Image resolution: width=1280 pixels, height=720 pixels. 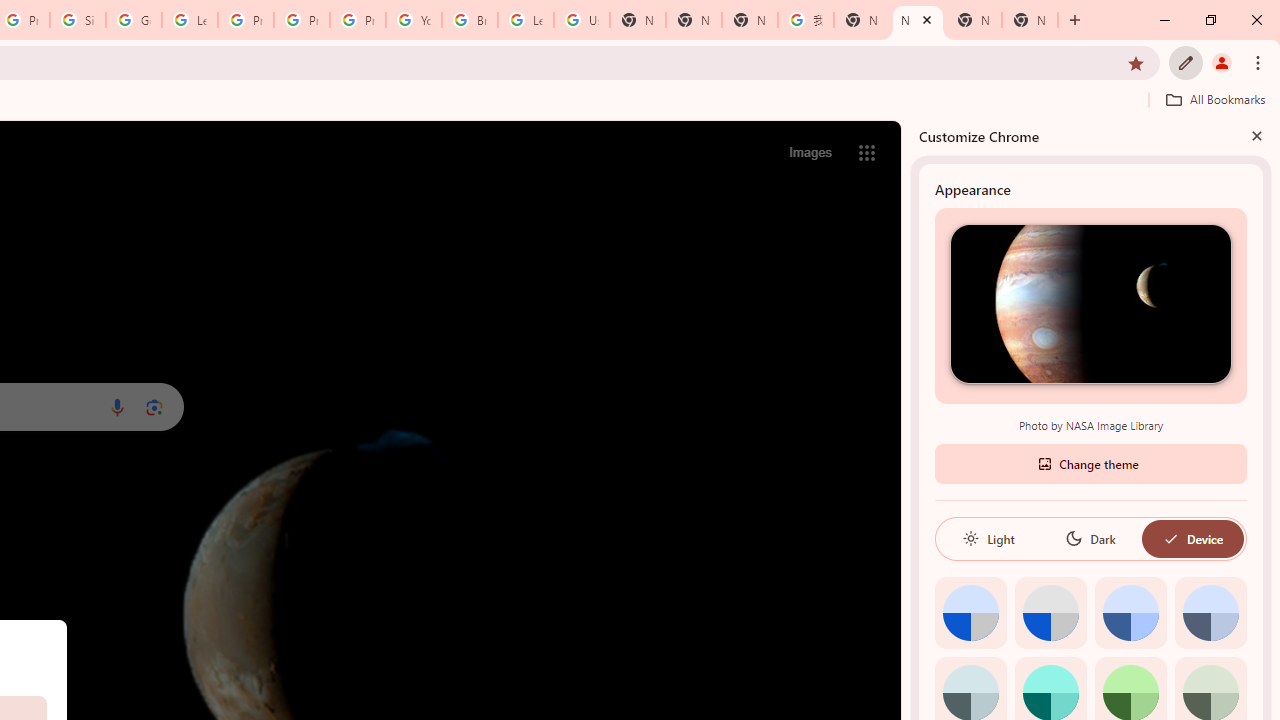 I want to click on 'Browse Chrome as a guest - Computer - Google Chrome Help', so click(x=468, y=20).